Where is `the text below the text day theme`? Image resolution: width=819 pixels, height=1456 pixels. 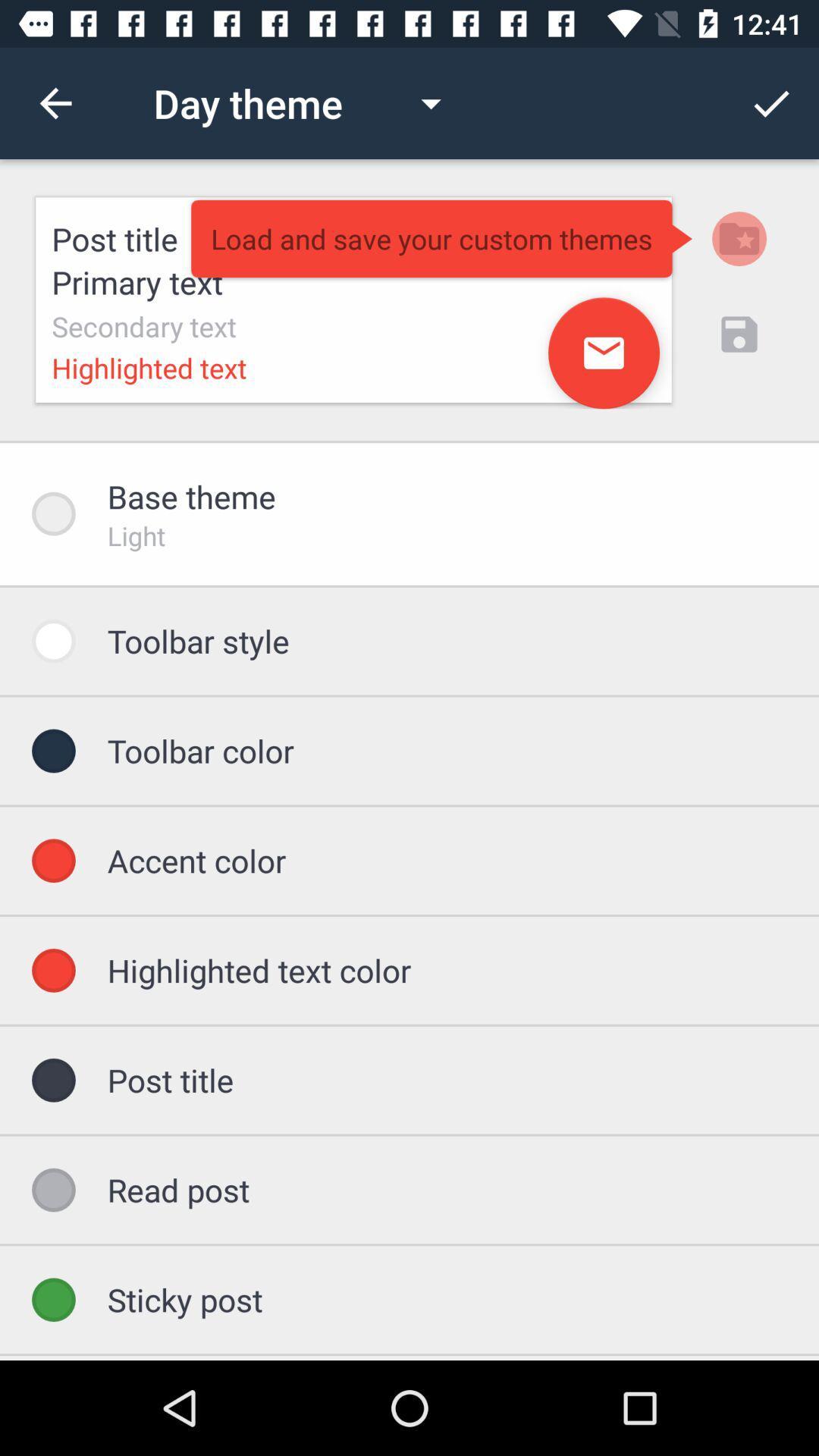
the text below the text day theme is located at coordinates (353, 300).